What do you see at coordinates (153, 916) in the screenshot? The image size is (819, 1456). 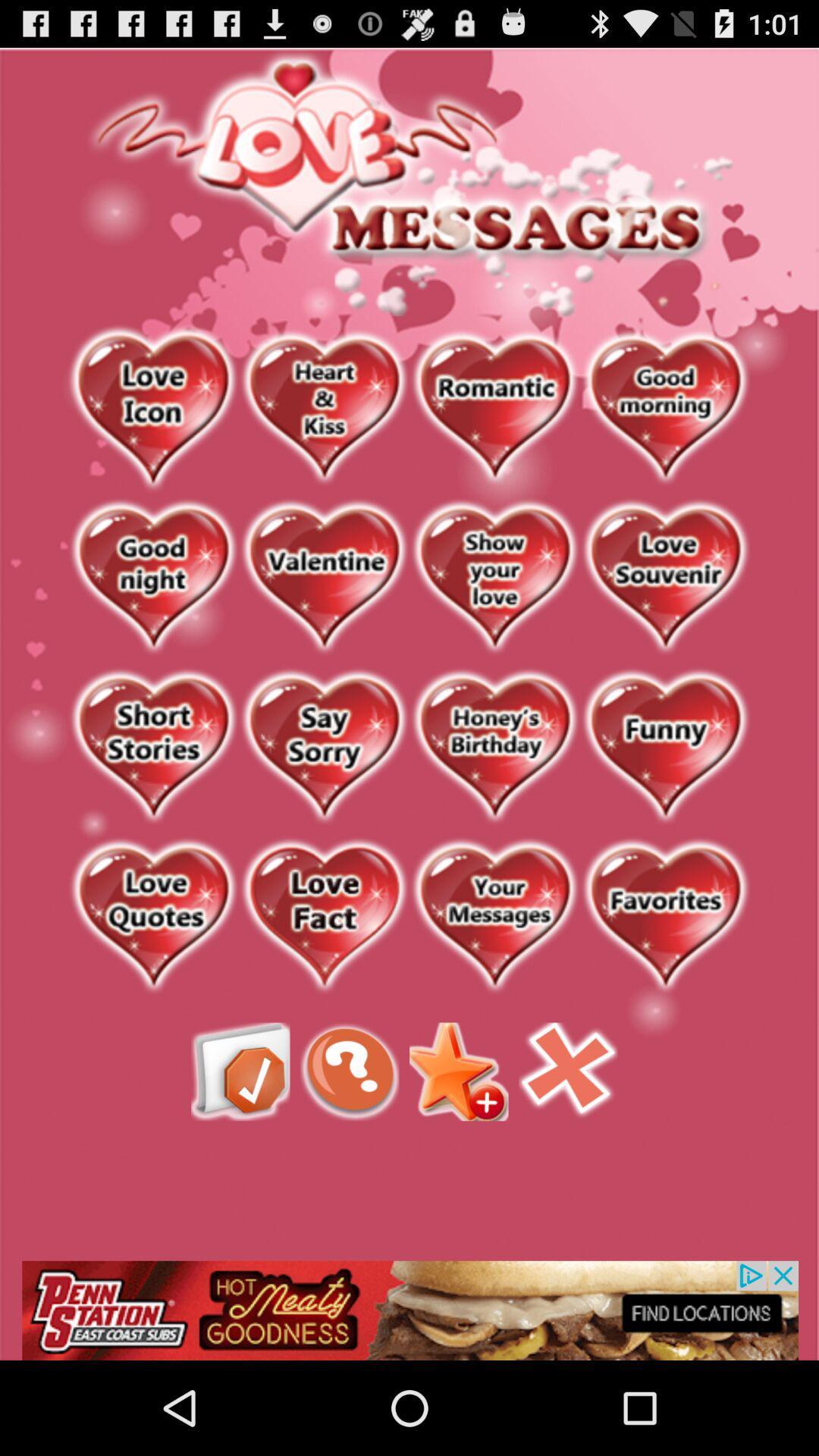 I see `love quotes` at bounding box center [153, 916].